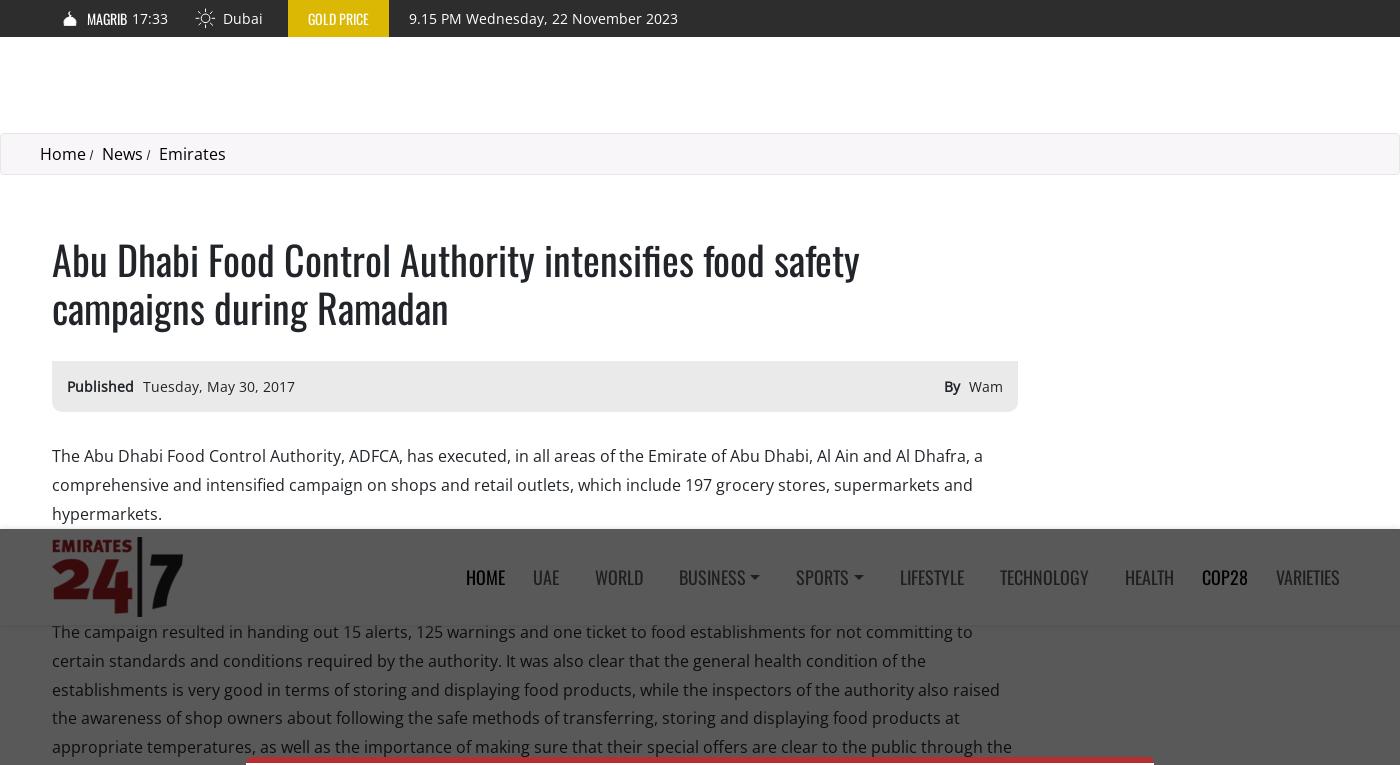 The width and height of the screenshot is (1400, 765). I want to click on 'COP28', so click(1225, 46).